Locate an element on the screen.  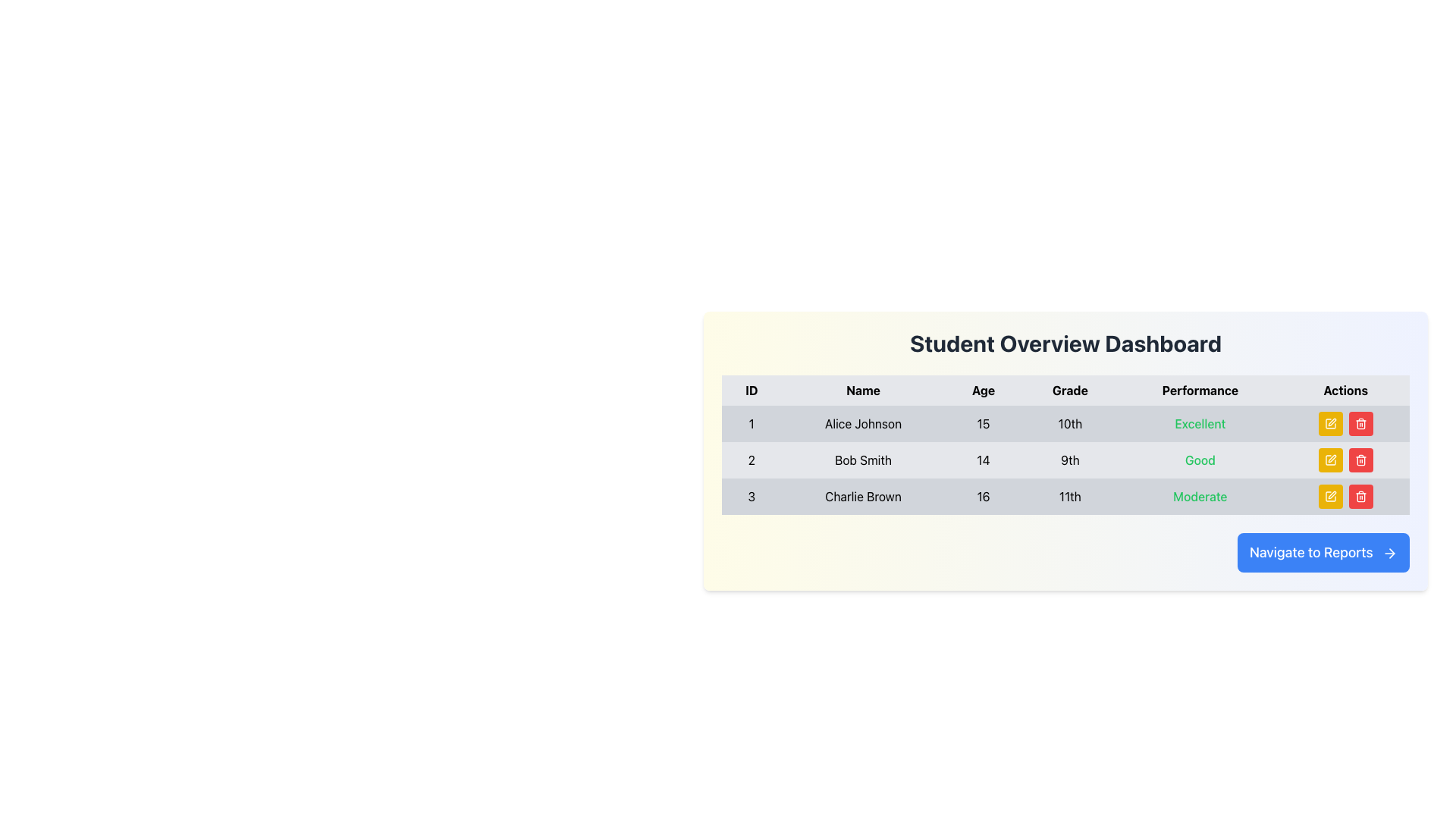
the text label displaying the number '1', which is styled in black text within a light gray row in the student information grid, located under the 'ID' column header is located at coordinates (752, 424).